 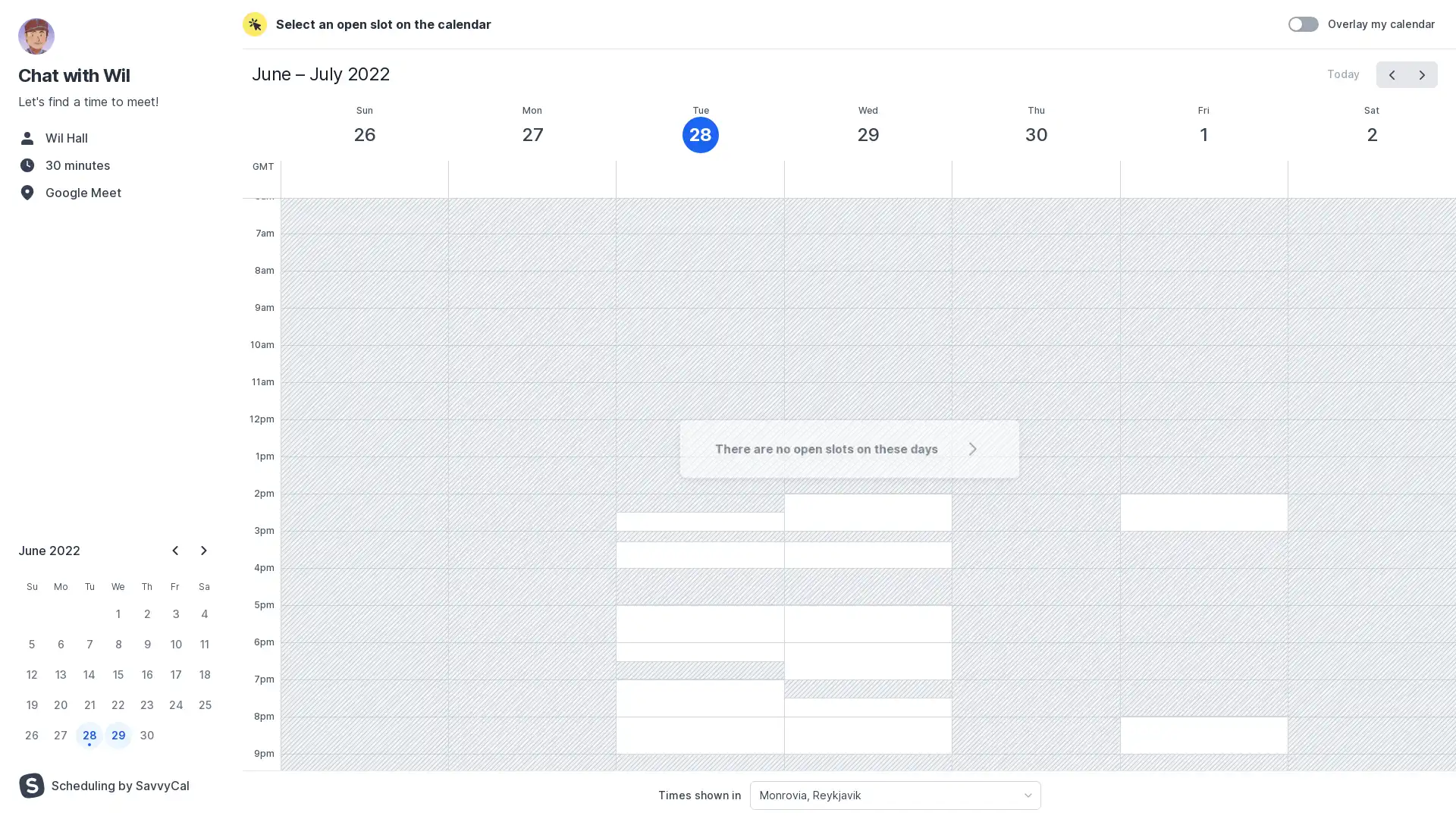 What do you see at coordinates (174, 550) in the screenshot?
I see `Previous Month` at bounding box center [174, 550].